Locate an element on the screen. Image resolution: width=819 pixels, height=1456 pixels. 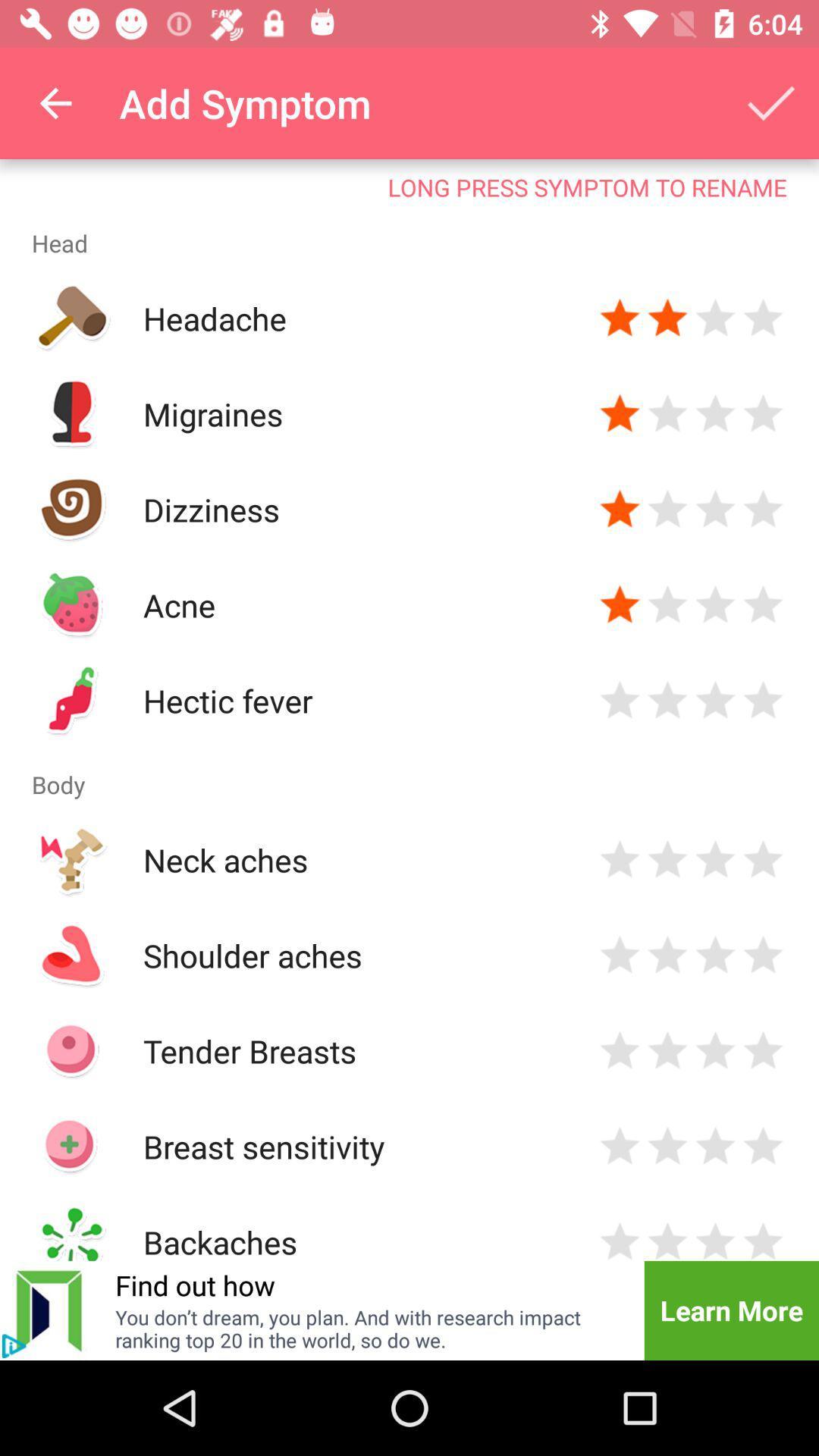
the icon above the long press symptom is located at coordinates (55, 102).